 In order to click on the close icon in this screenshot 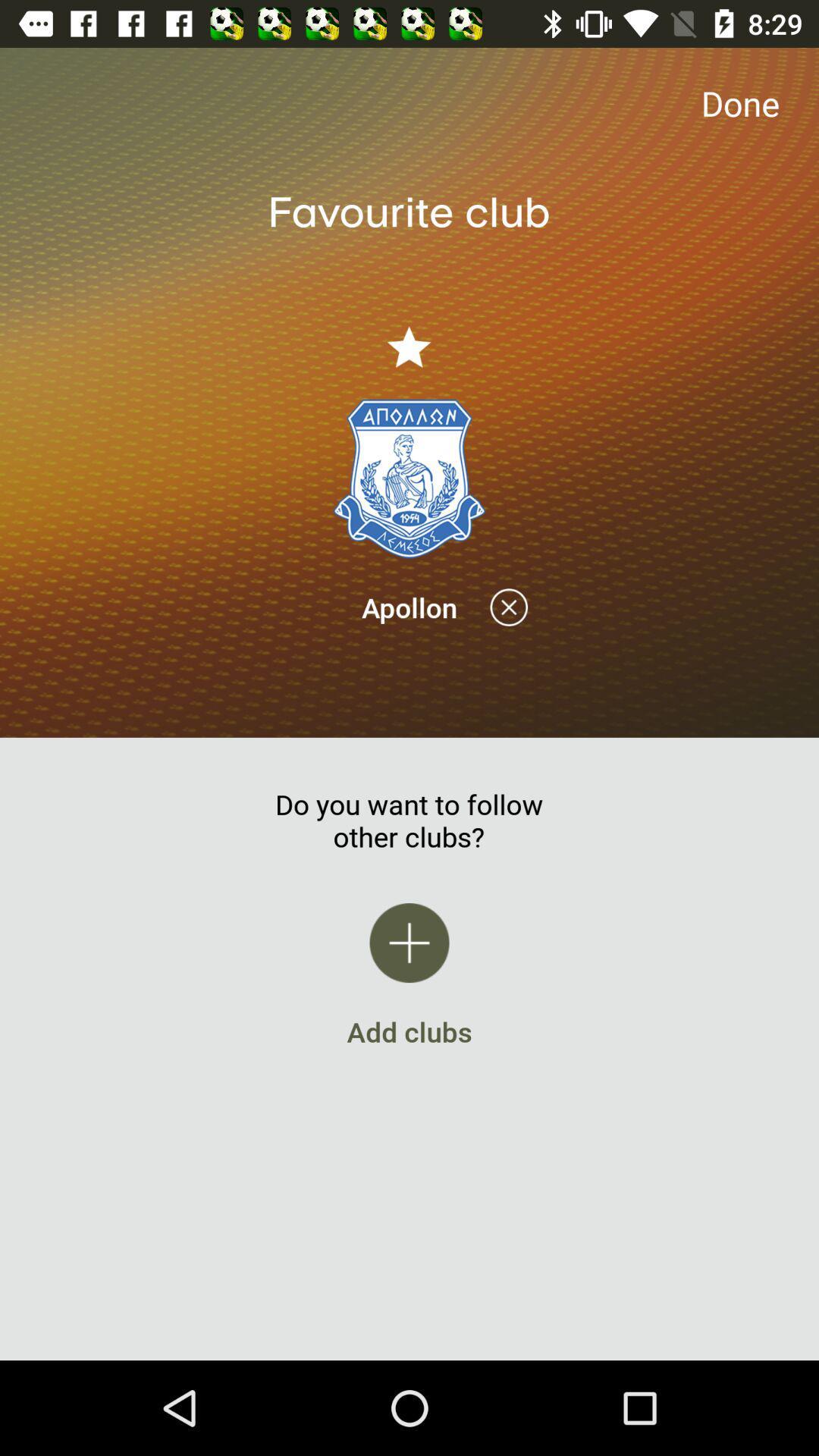, I will do `click(509, 607)`.